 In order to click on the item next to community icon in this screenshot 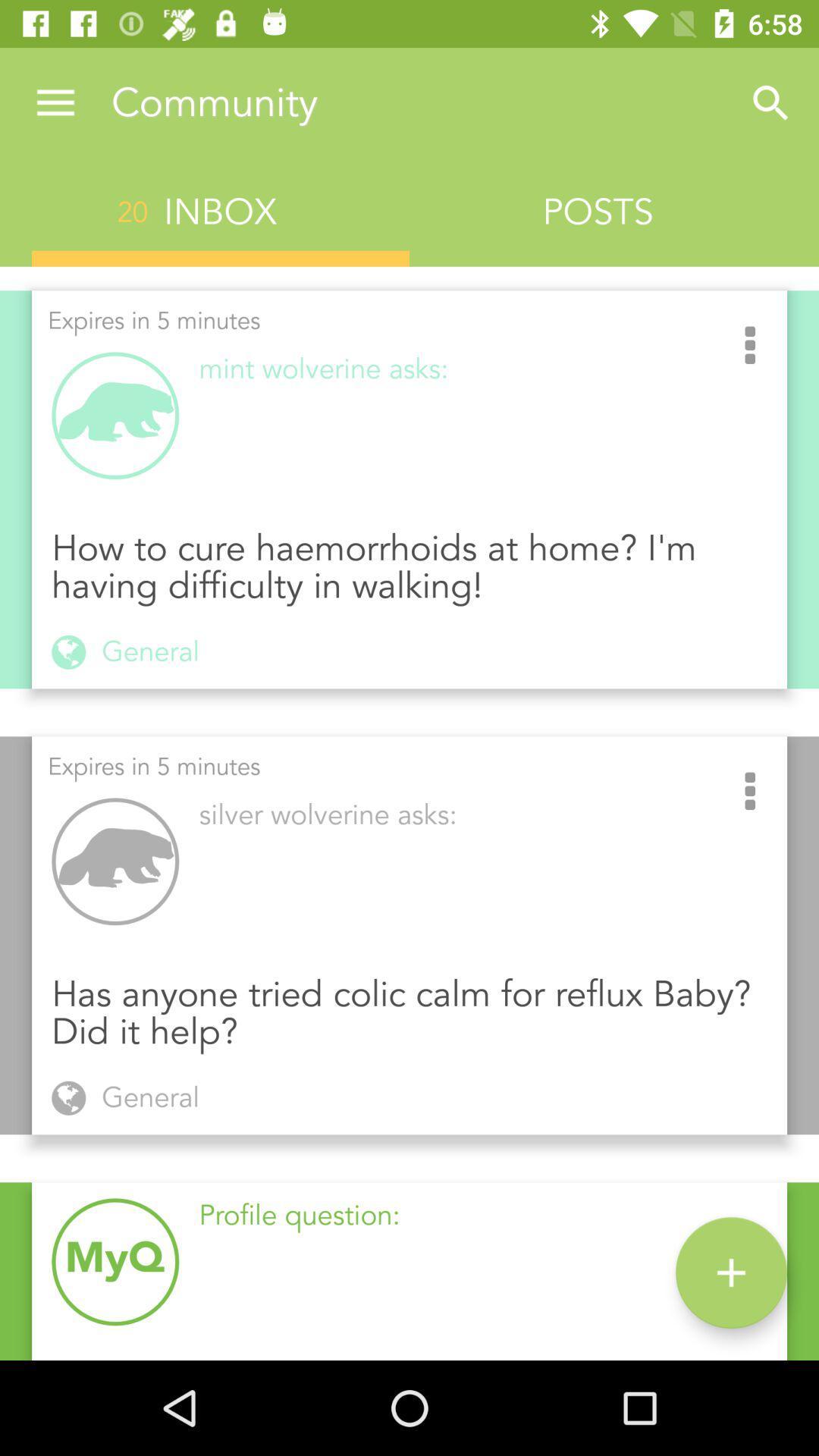, I will do `click(55, 102)`.